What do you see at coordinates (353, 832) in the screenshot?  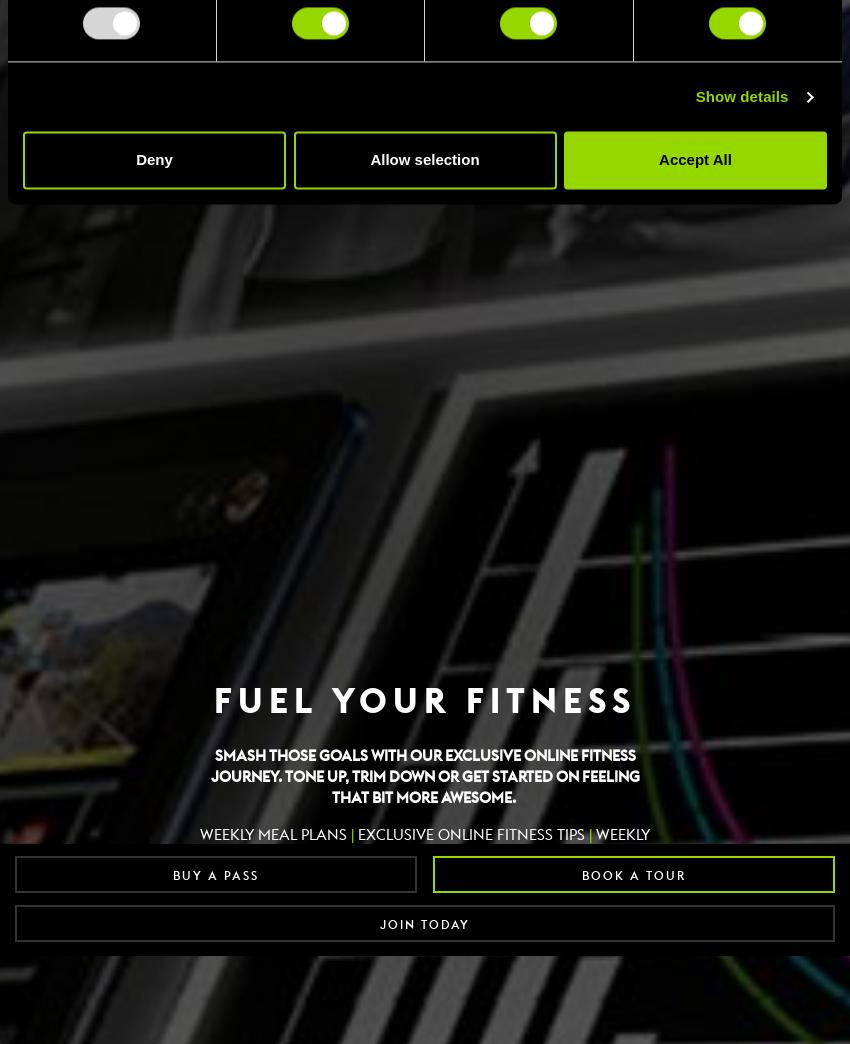 I see `'EXCLUSIVE ONLINE FITNESS TIPS'` at bounding box center [353, 832].